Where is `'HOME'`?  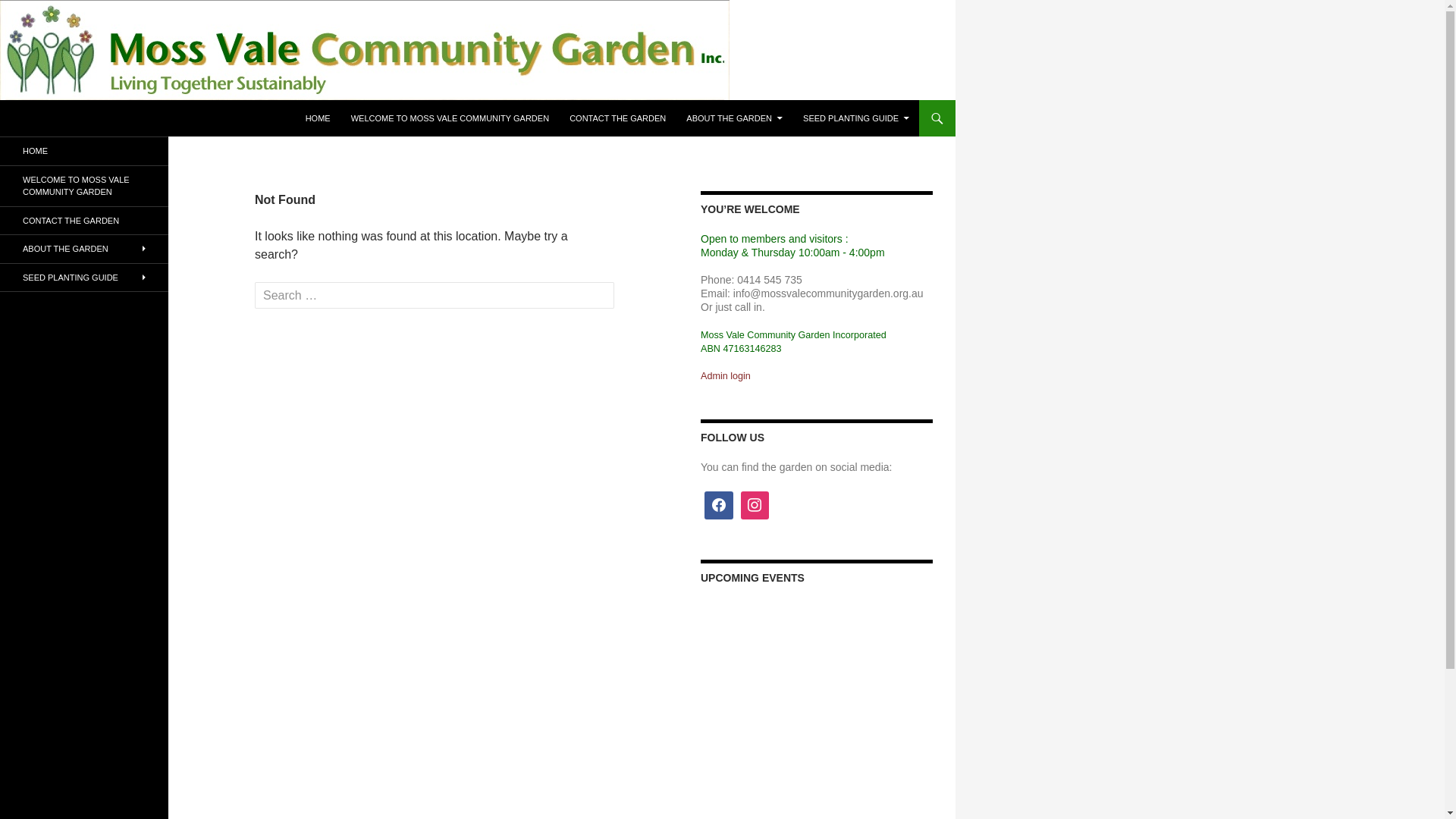 'HOME' is located at coordinates (83, 151).